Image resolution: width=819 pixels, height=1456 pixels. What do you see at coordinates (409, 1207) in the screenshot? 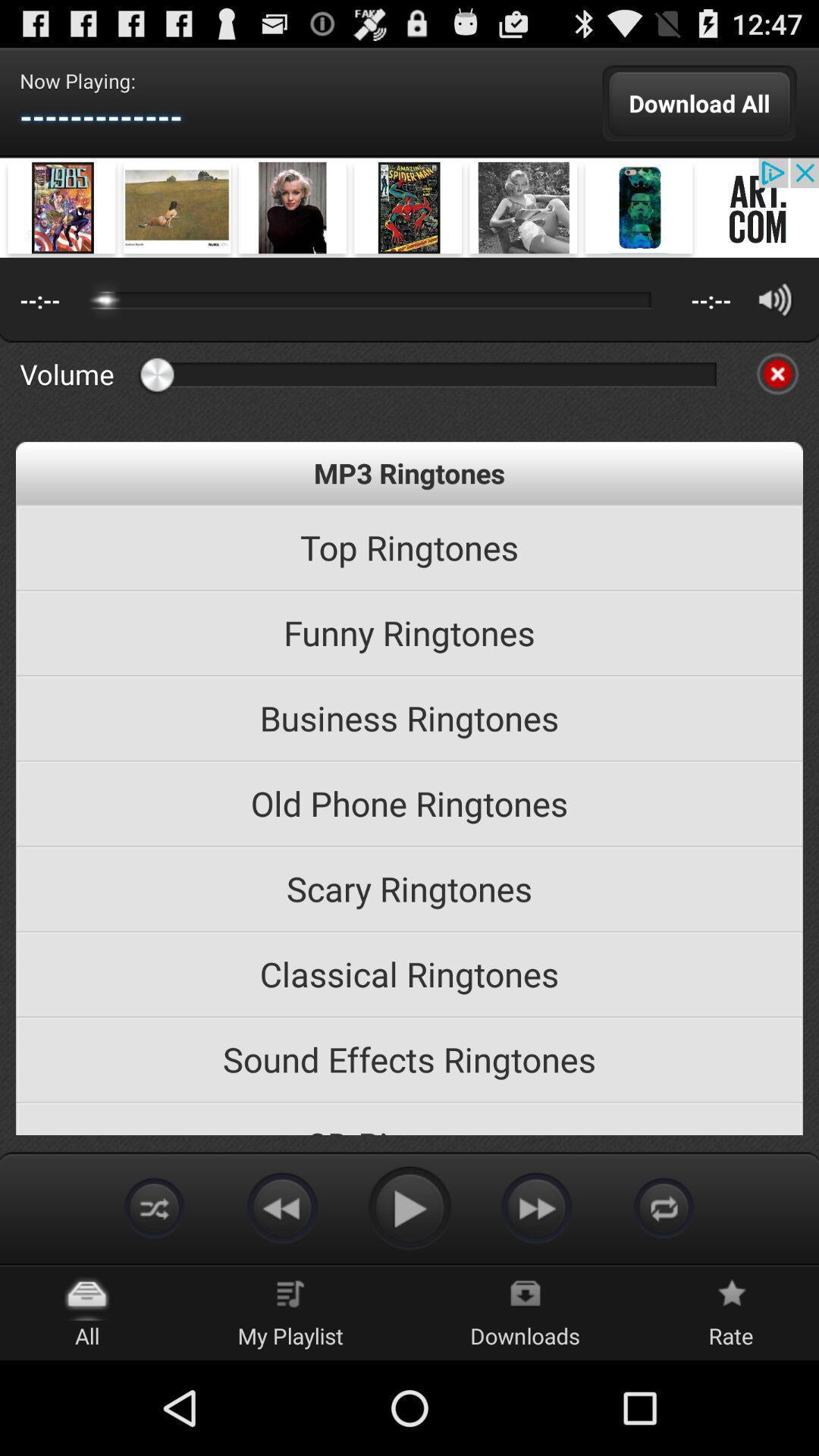
I see `option` at bounding box center [409, 1207].